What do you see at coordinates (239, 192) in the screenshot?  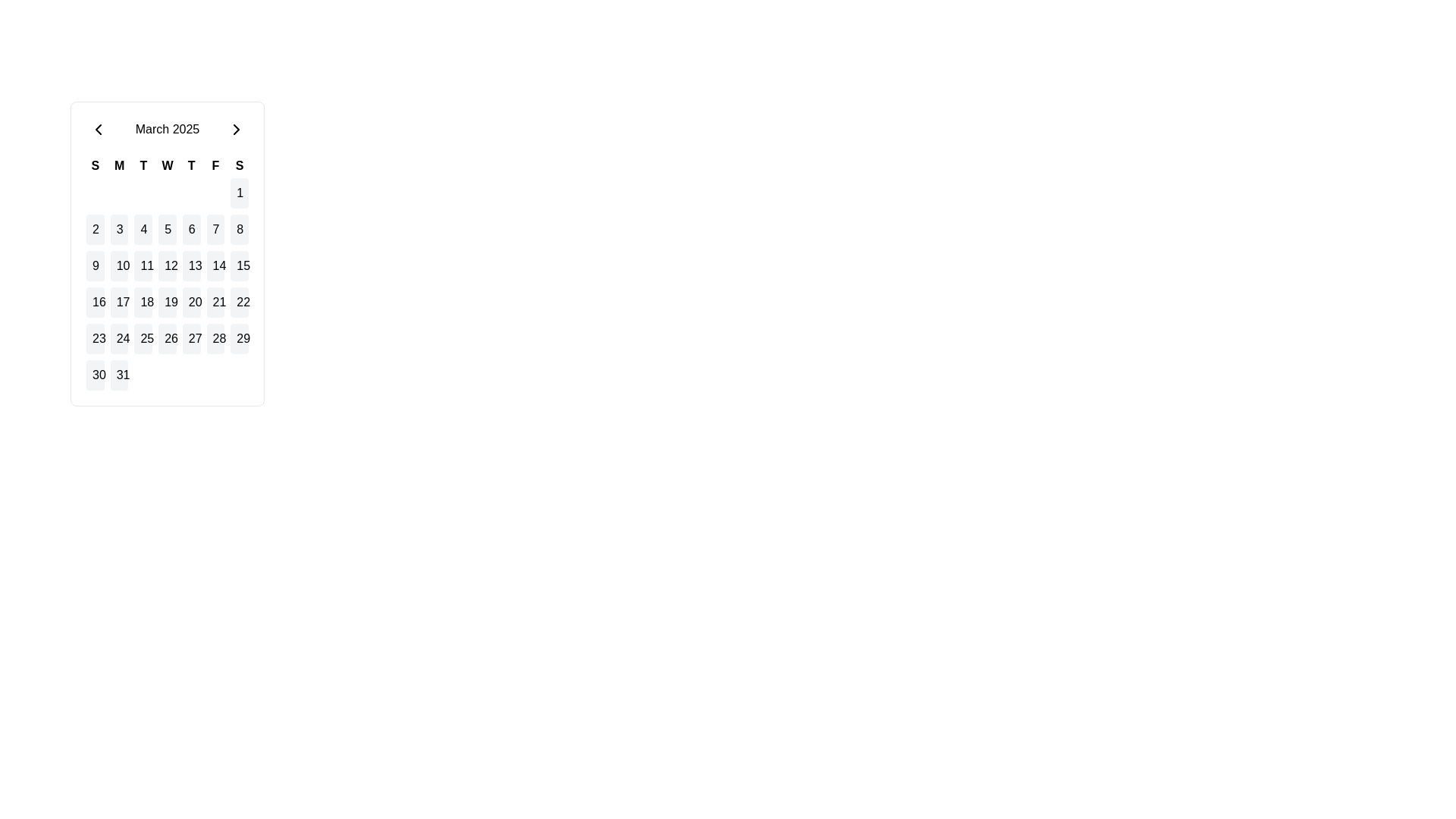 I see `the square-shaped button with rounded corners, light gray background, and centered black text displaying the number '1'` at bounding box center [239, 192].